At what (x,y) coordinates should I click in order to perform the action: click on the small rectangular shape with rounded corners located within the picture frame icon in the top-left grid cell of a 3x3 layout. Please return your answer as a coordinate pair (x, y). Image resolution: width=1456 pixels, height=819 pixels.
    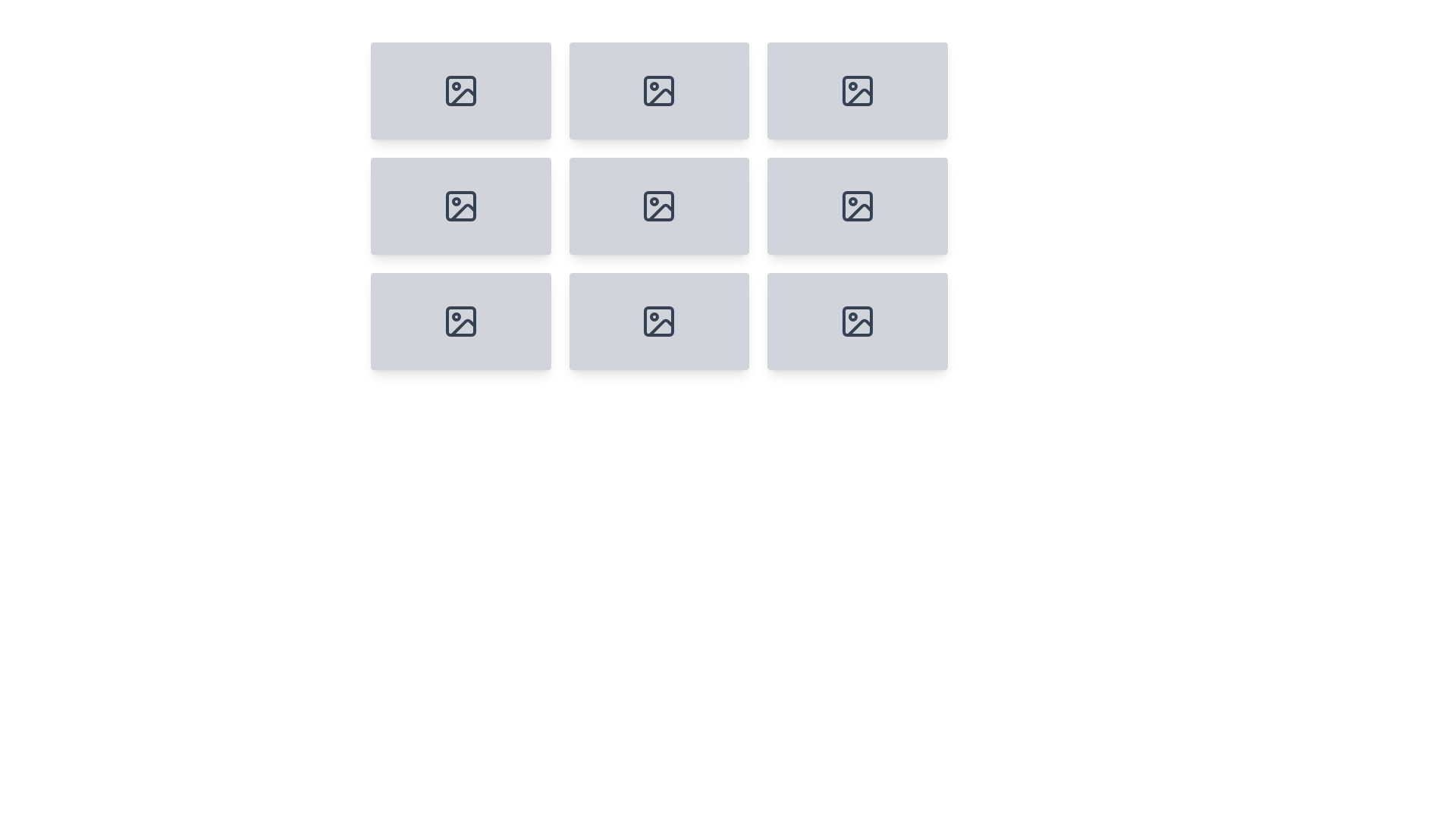
    Looking at the image, I should click on (460, 90).